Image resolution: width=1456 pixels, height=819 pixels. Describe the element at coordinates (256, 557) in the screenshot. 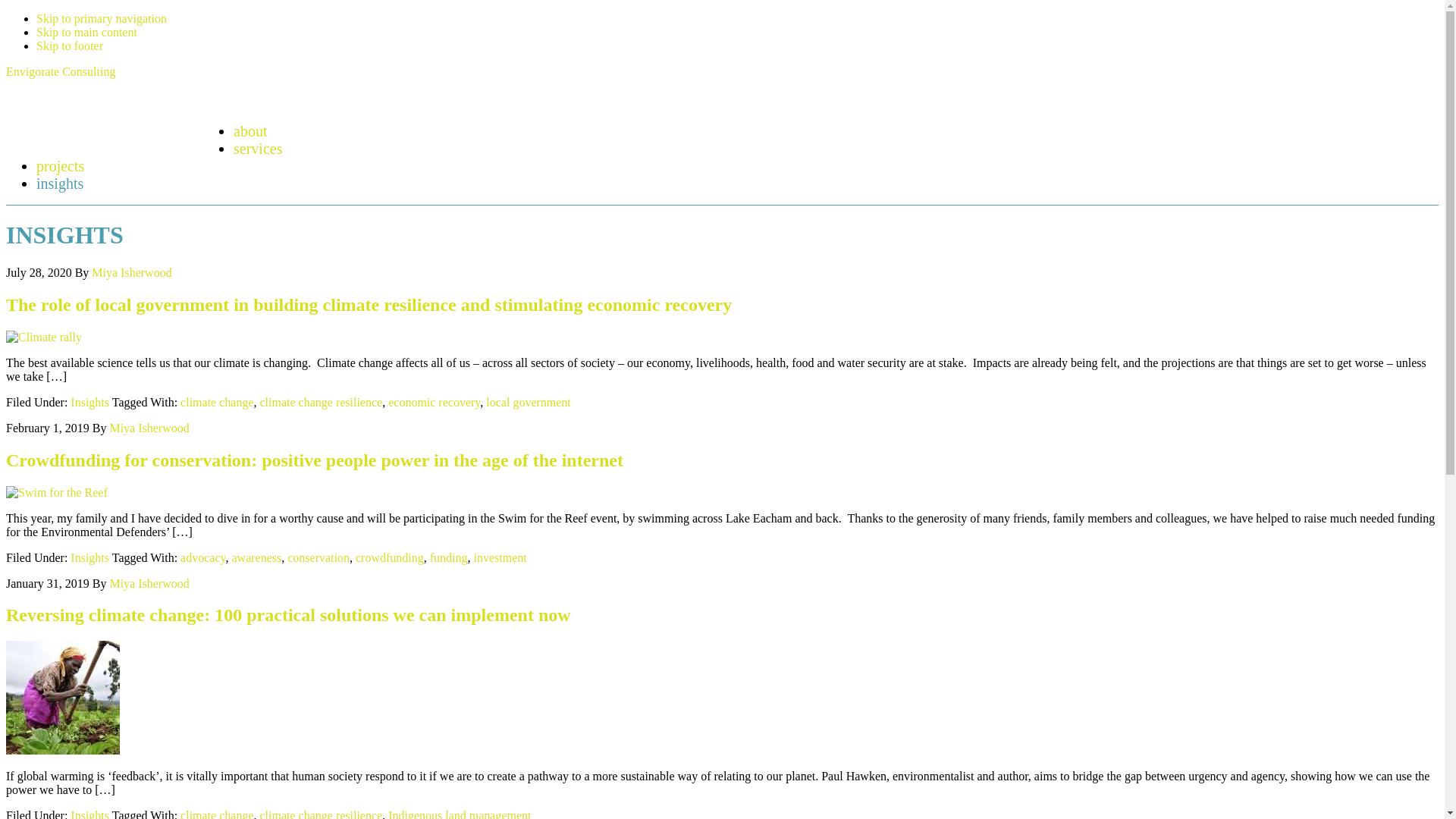

I see `'awareness'` at that location.